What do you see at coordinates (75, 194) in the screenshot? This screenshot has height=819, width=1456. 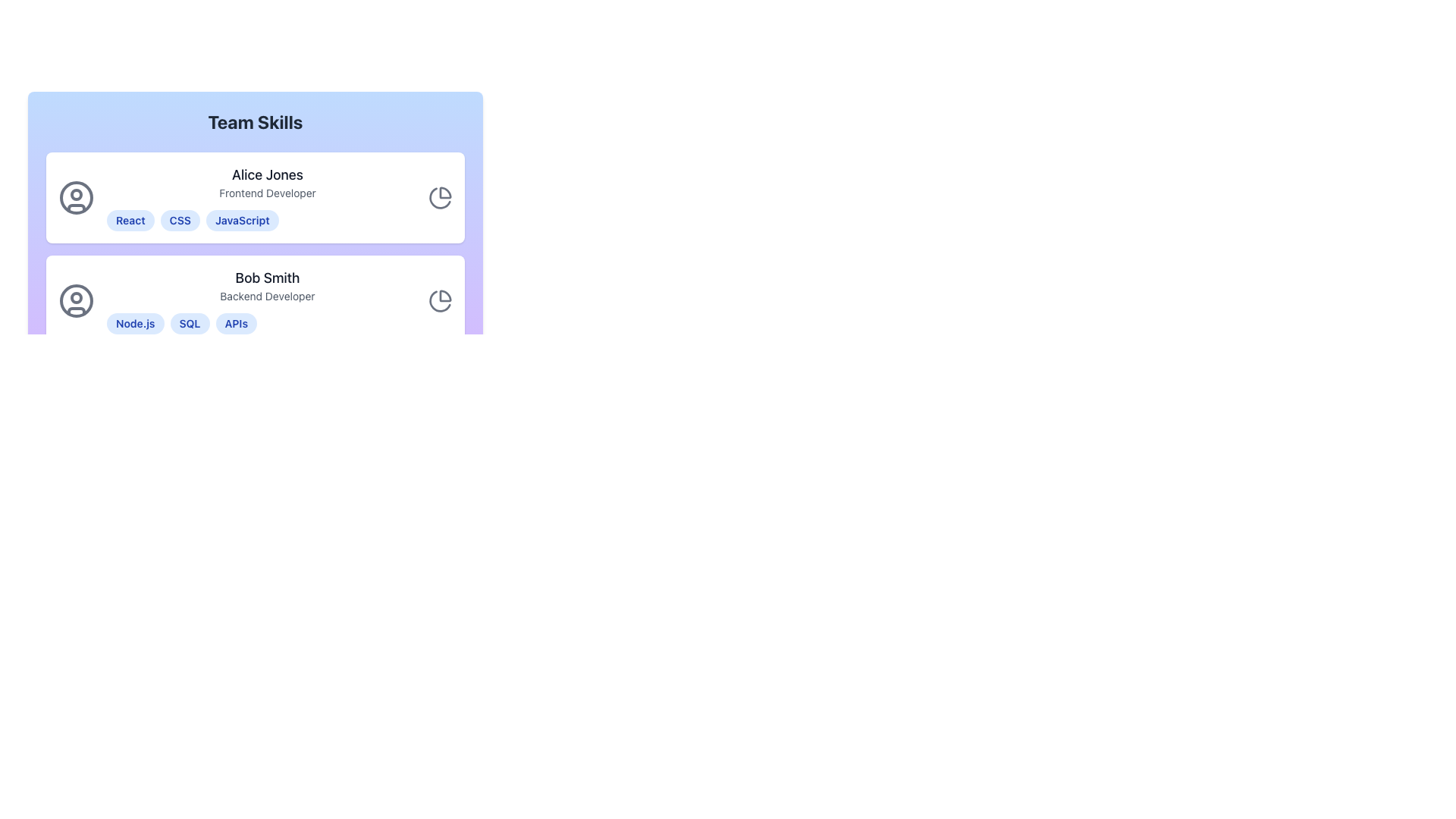 I see `the small filled circle within the profile icon for 'Alice Jones' in the 'Team Skills' section` at bounding box center [75, 194].